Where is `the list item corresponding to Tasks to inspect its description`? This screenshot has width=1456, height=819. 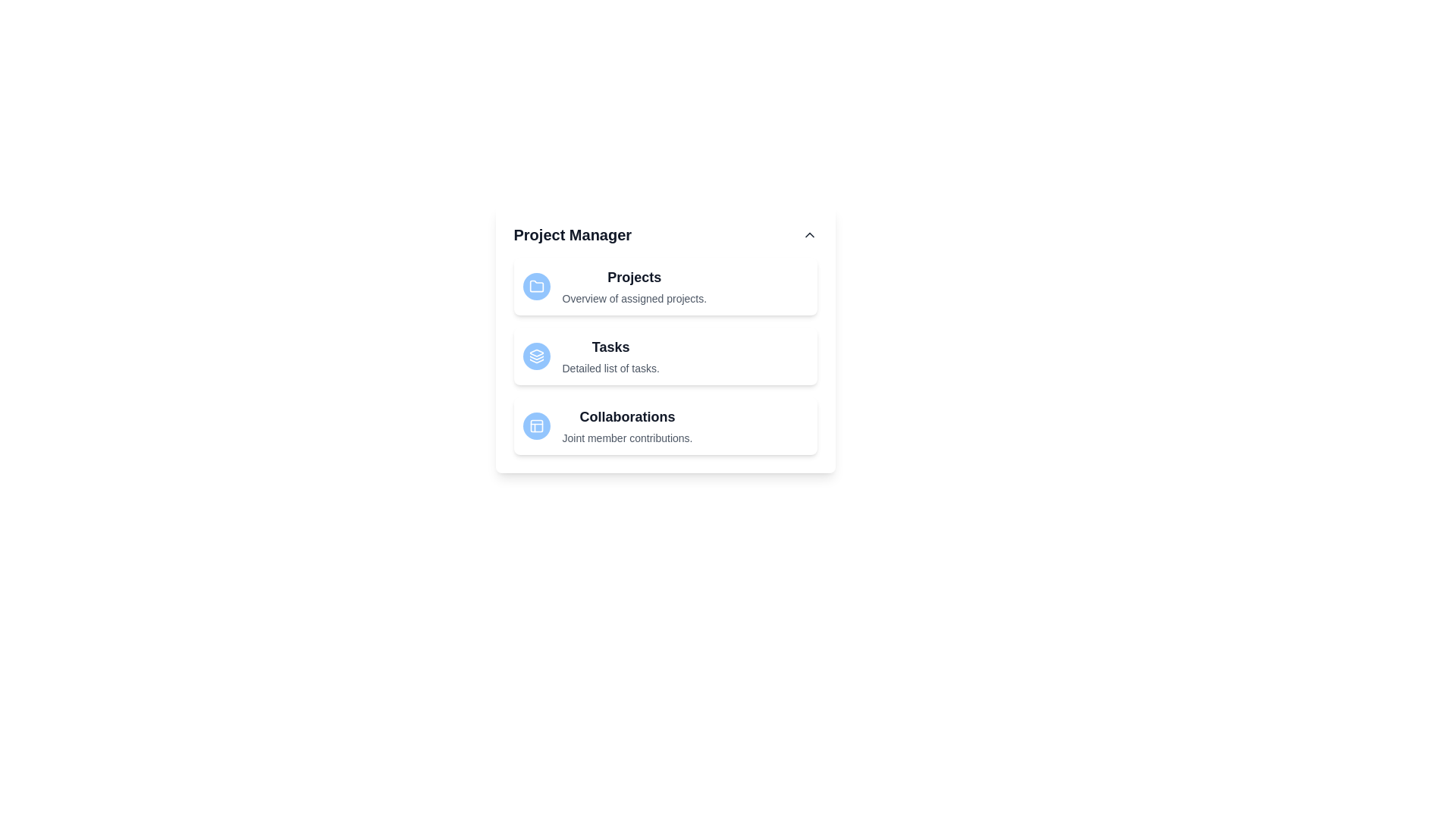
the list item corresponding to Tasks to inspect its description is located at coordinates (607, 356).